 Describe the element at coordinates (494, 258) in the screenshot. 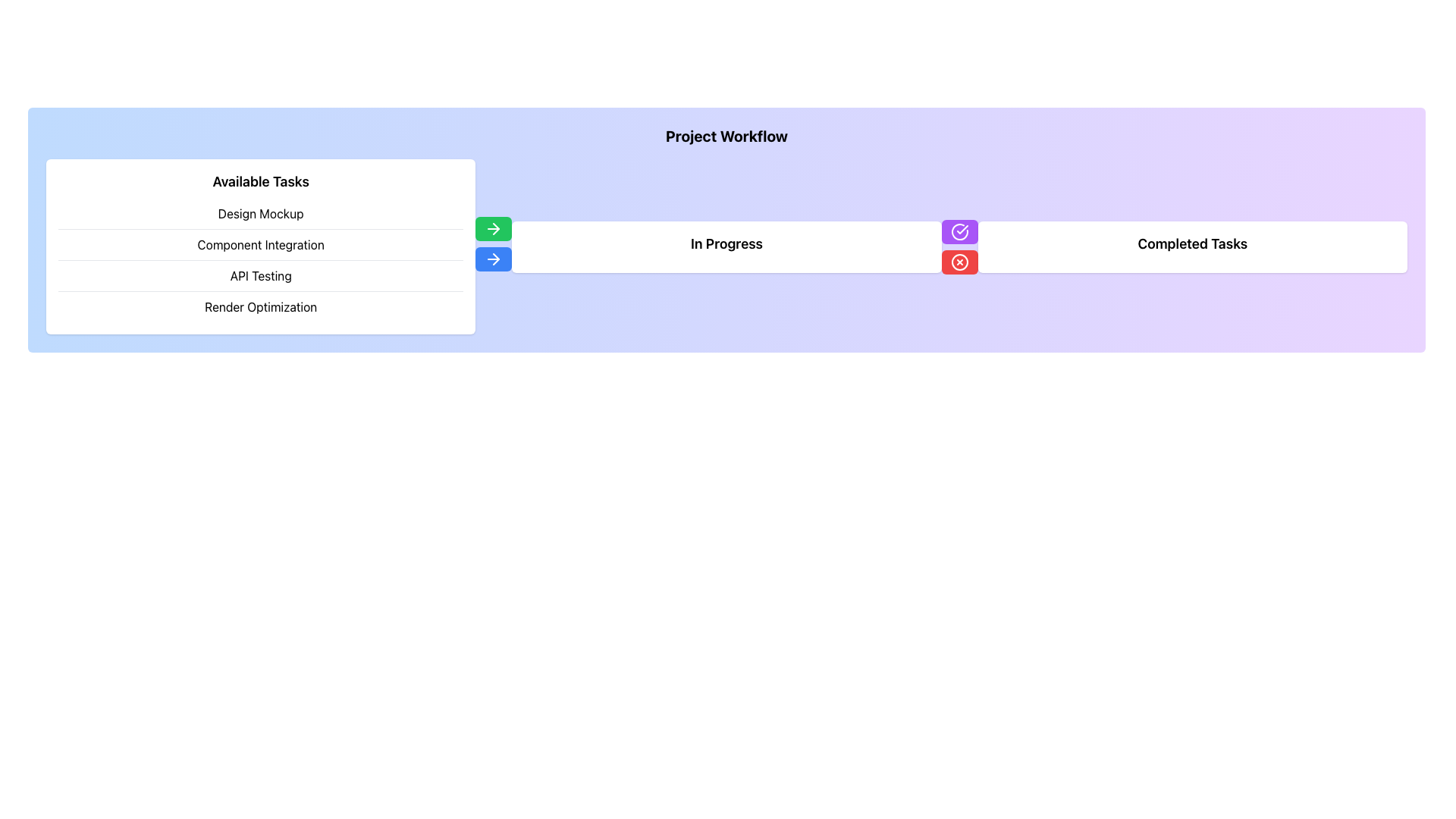

I see `the right-arrow icon within the blue button located to the right of the 'API Testing' task in the 'Available Tasks' section to initiate the transition of the task` at that location.